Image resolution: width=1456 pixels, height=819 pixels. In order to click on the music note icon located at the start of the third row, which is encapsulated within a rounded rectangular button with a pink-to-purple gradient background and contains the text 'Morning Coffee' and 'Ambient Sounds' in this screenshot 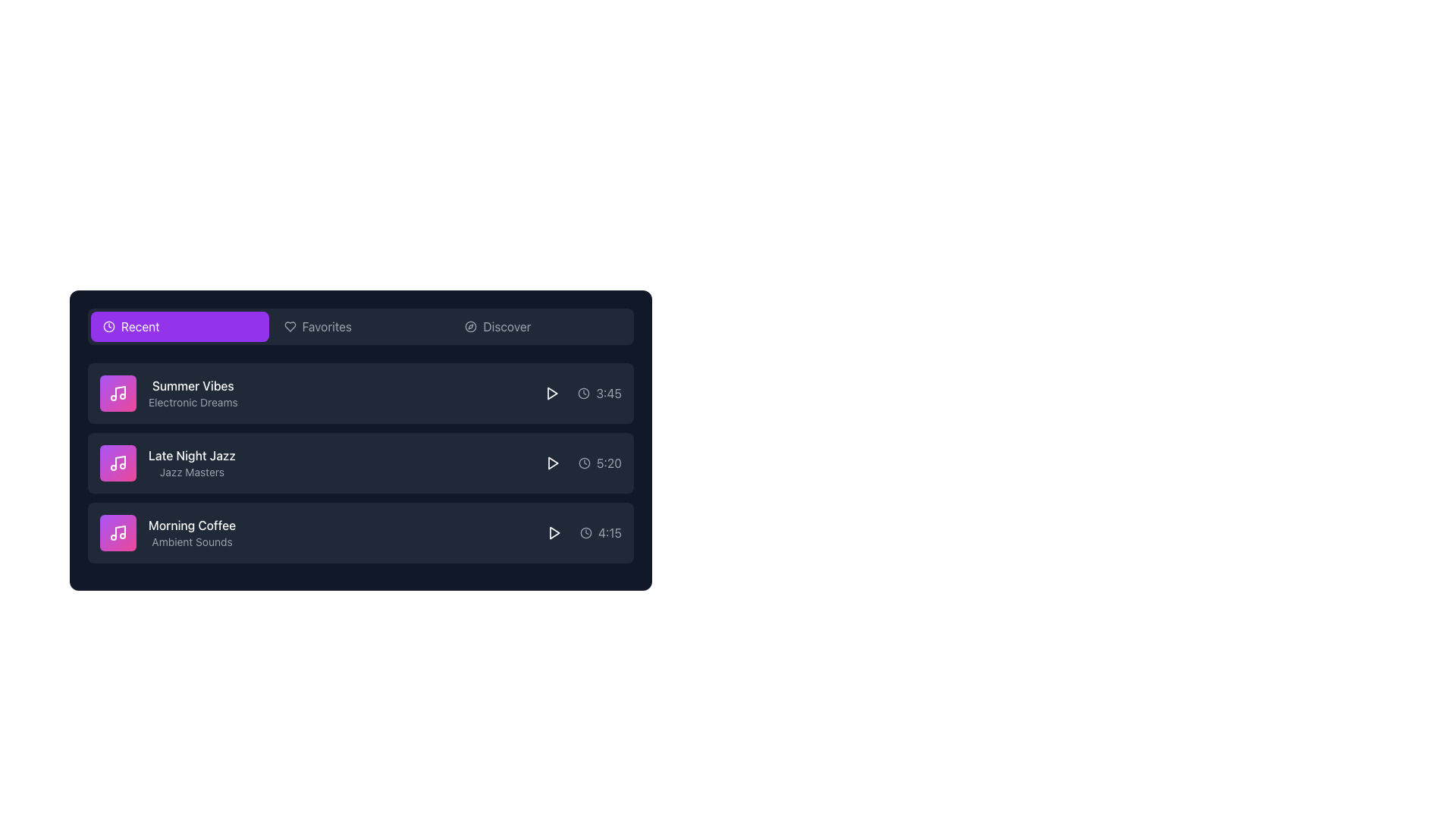, I will do `click(118, 532)`.